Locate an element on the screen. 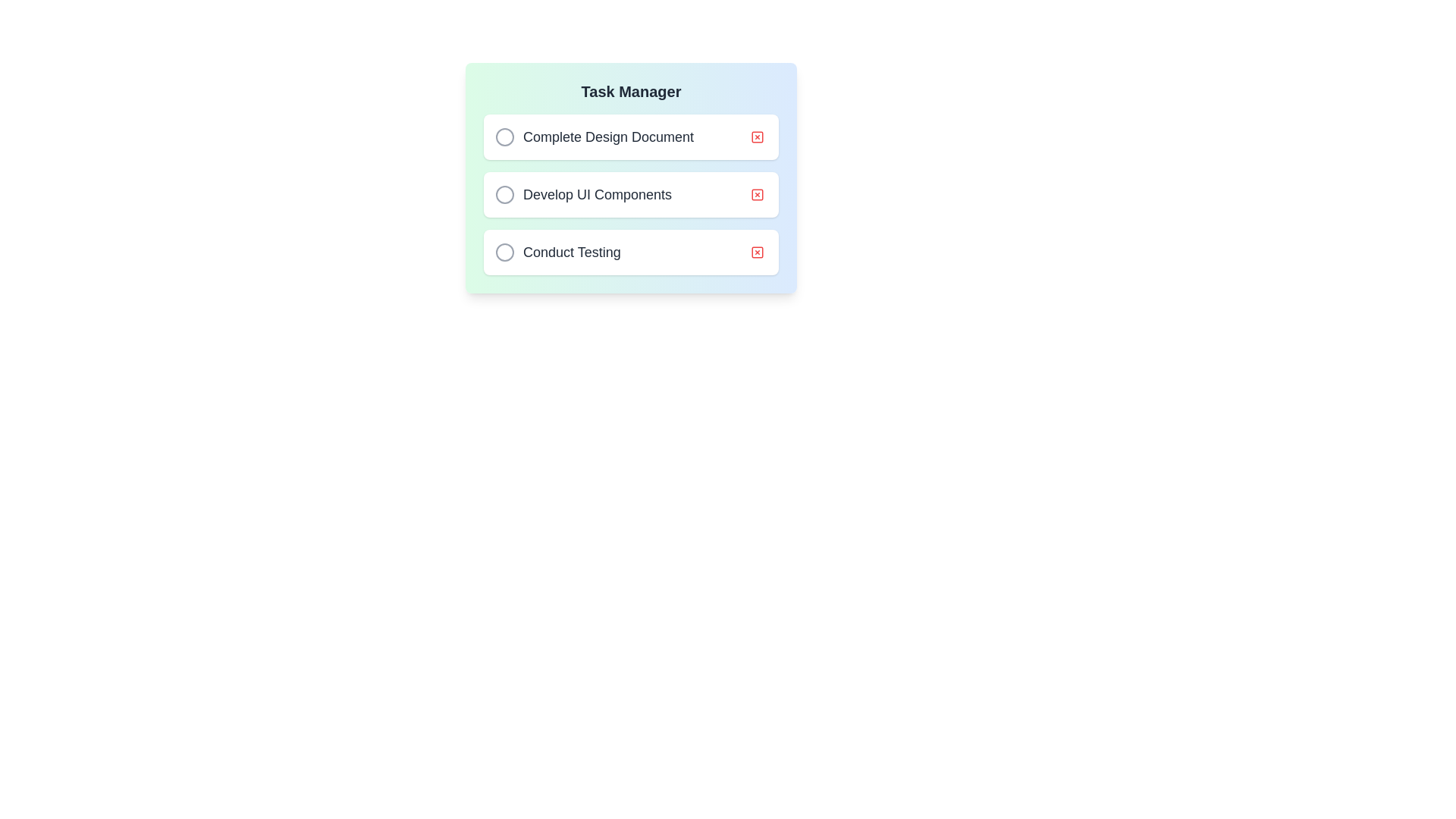 This screenshot has width=1456, height=819. the text label 'Conduct Testing' in the task manager, which is the third item in a vertical list of tasks, to interact with the associated checkbox is located at coordinates (571, 251).